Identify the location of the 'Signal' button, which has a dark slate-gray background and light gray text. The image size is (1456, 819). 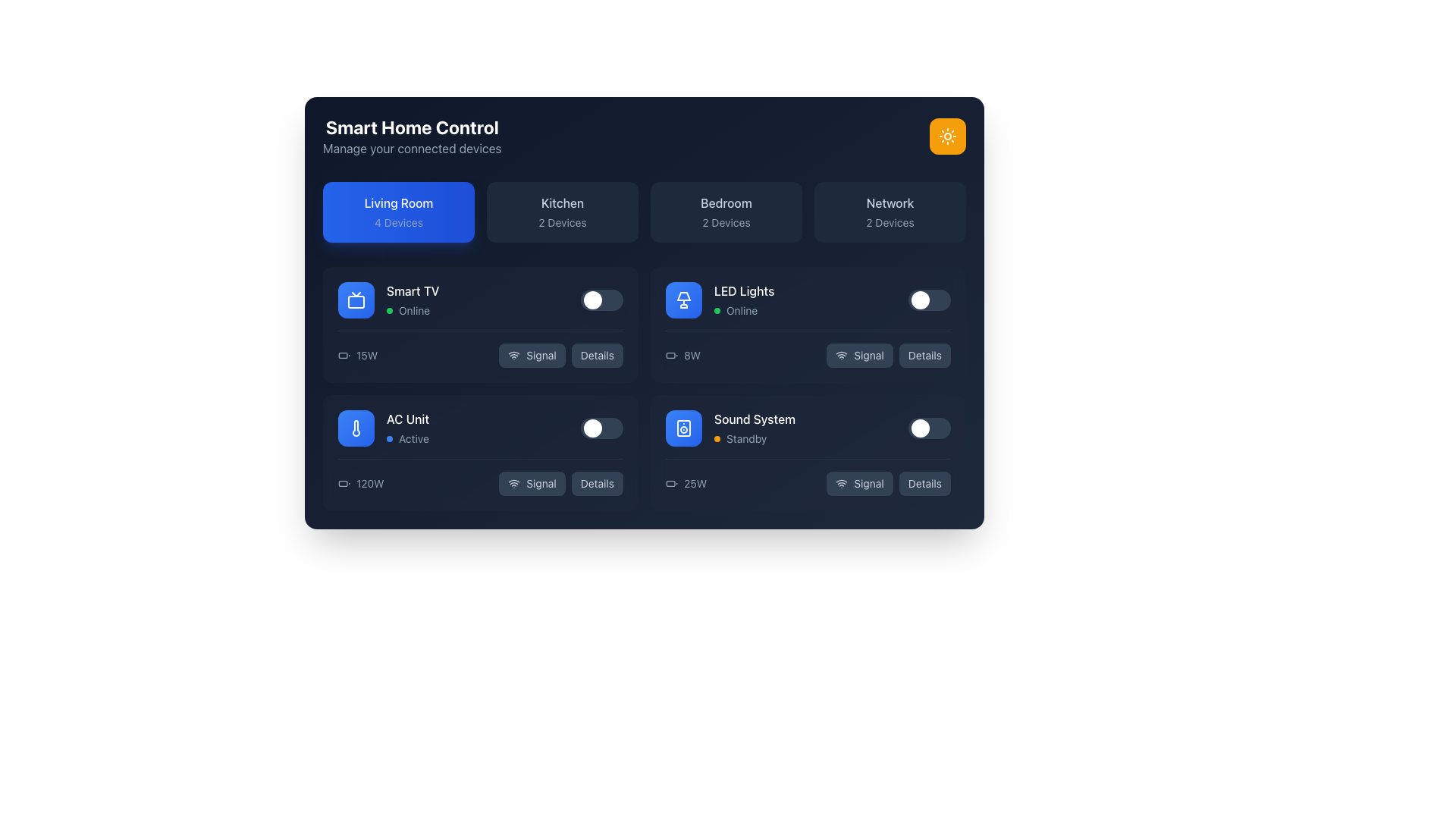
(859, 356).